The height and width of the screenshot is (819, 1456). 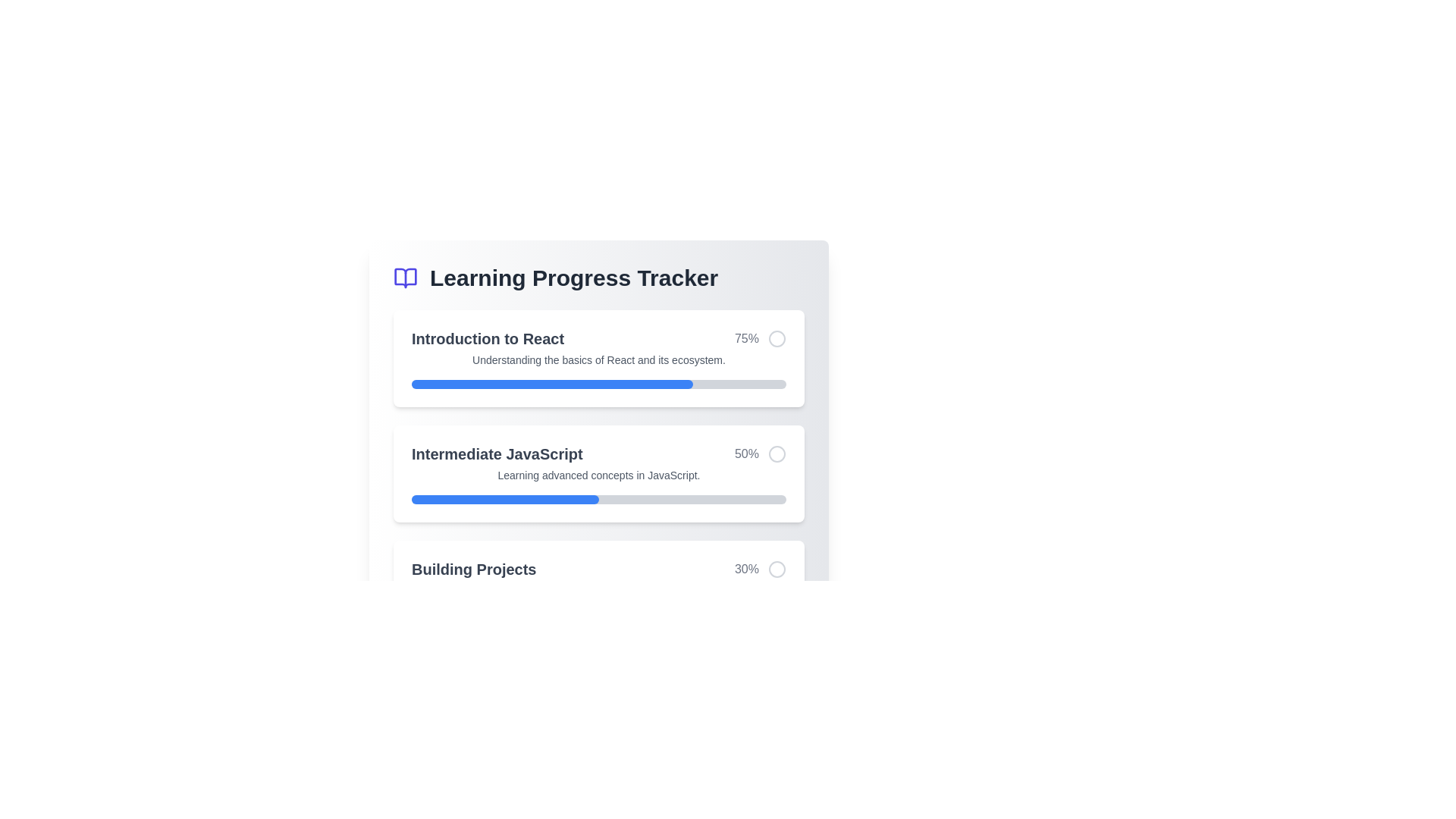 What do you see at coordinates (598, 472) in the screenshot?
I see `the composite component containing information panels or cards for the Learning Progress Tracker` at bounding box center [598, 472].